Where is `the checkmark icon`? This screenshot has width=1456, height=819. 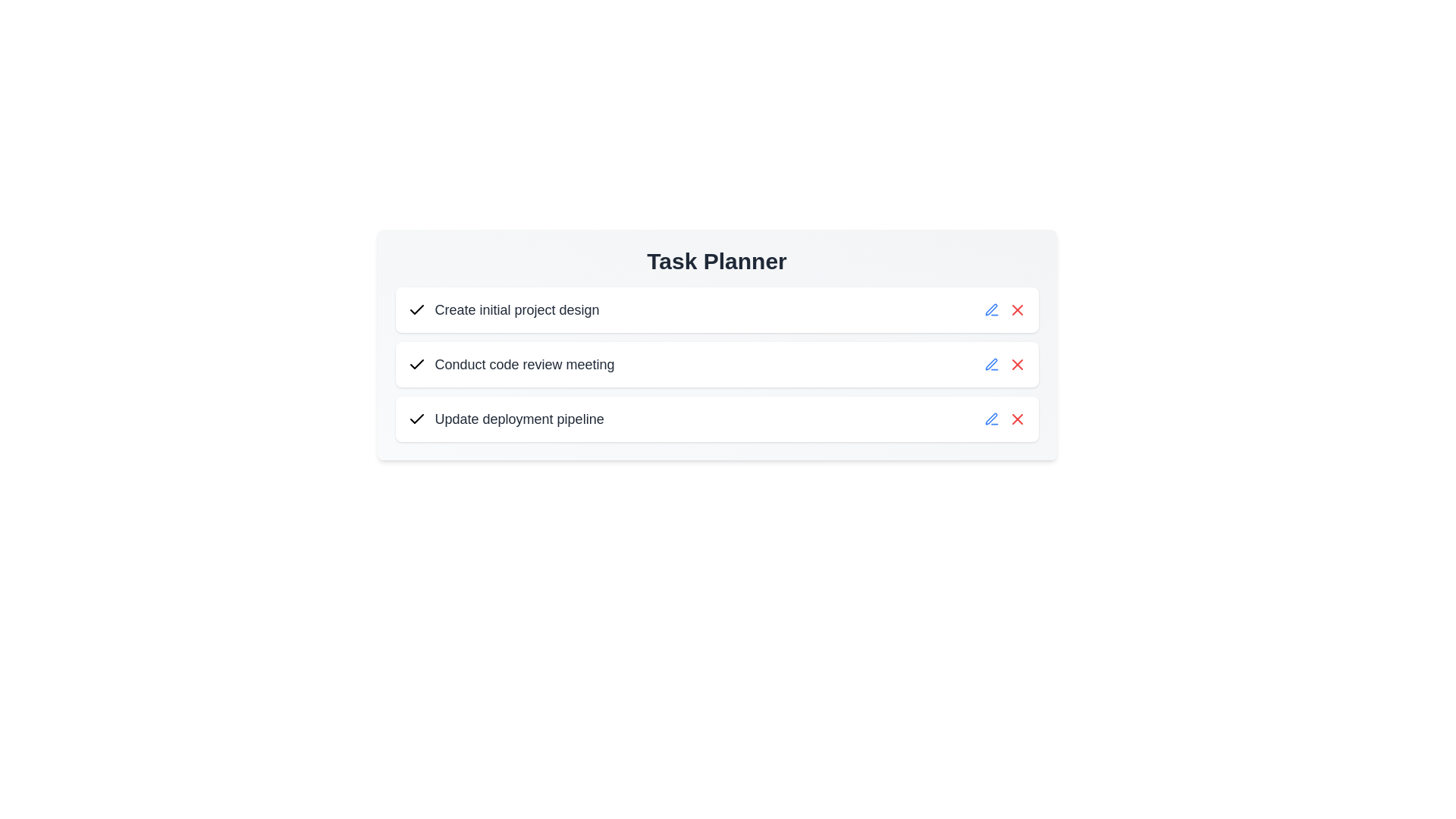 the checkmark icon is located at coordinates (416, 309).